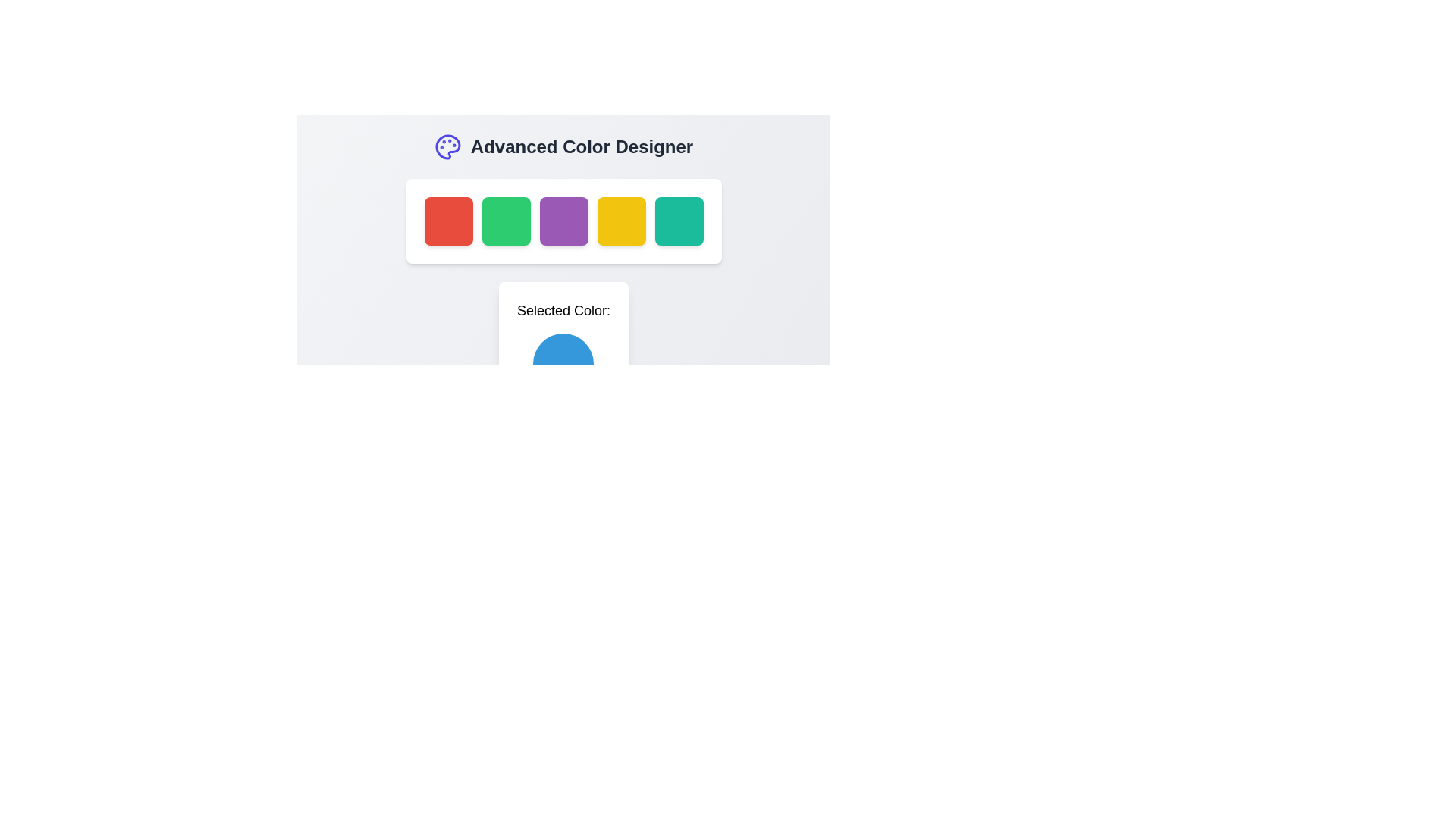 The width and height of the screenshot is (1456, 819). I want to click on the icon representing the Advanced Color Designer, which is located to the left of the text heading 'Advanced Color Designer', so click(447, 146).